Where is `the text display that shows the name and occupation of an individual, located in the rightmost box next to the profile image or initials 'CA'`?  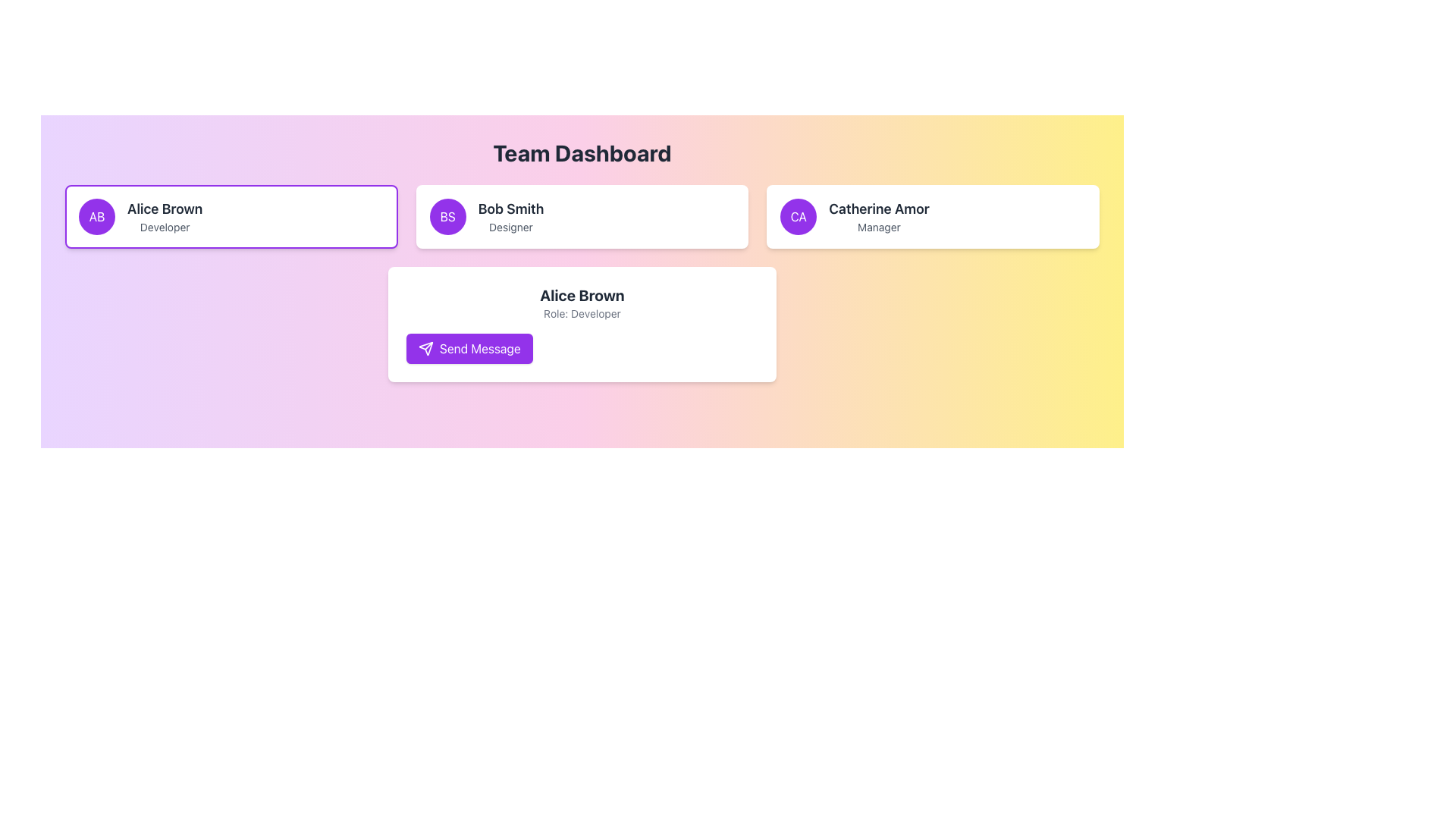
the text display that shows the name and occupation of an individual, located in the rightmost box next to the profile image or initials 'CA' is located at coordinates (879, 216).